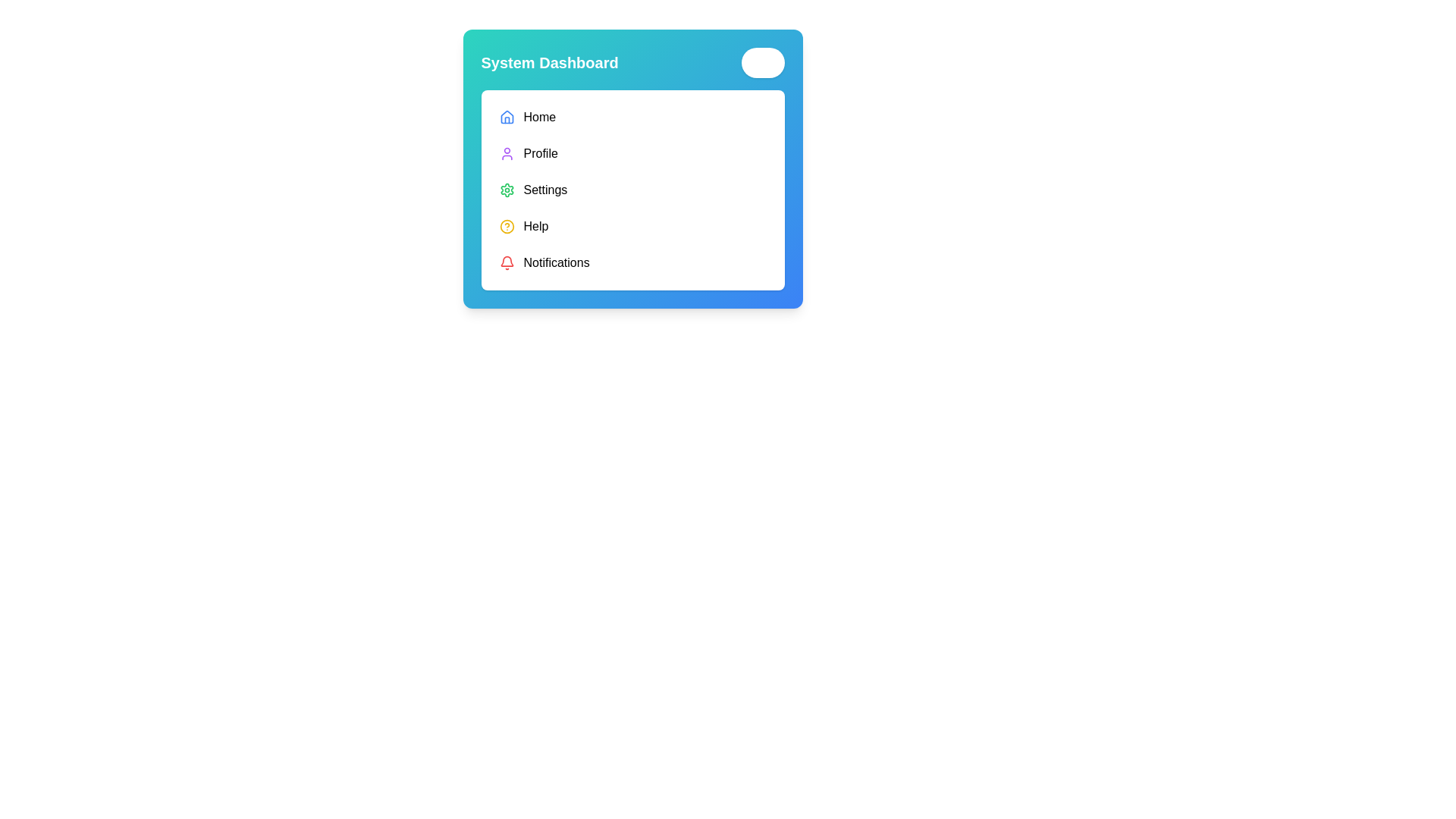 The width and height of the screenshot is (1456, 819). What do you see at coordinates (507, 189) in the screenshot?
I see `the green cogwheel-shaped icon located to the left of the 'Settings' text label in the fourth row of the vertical menu` at bounding box center [507, 189].